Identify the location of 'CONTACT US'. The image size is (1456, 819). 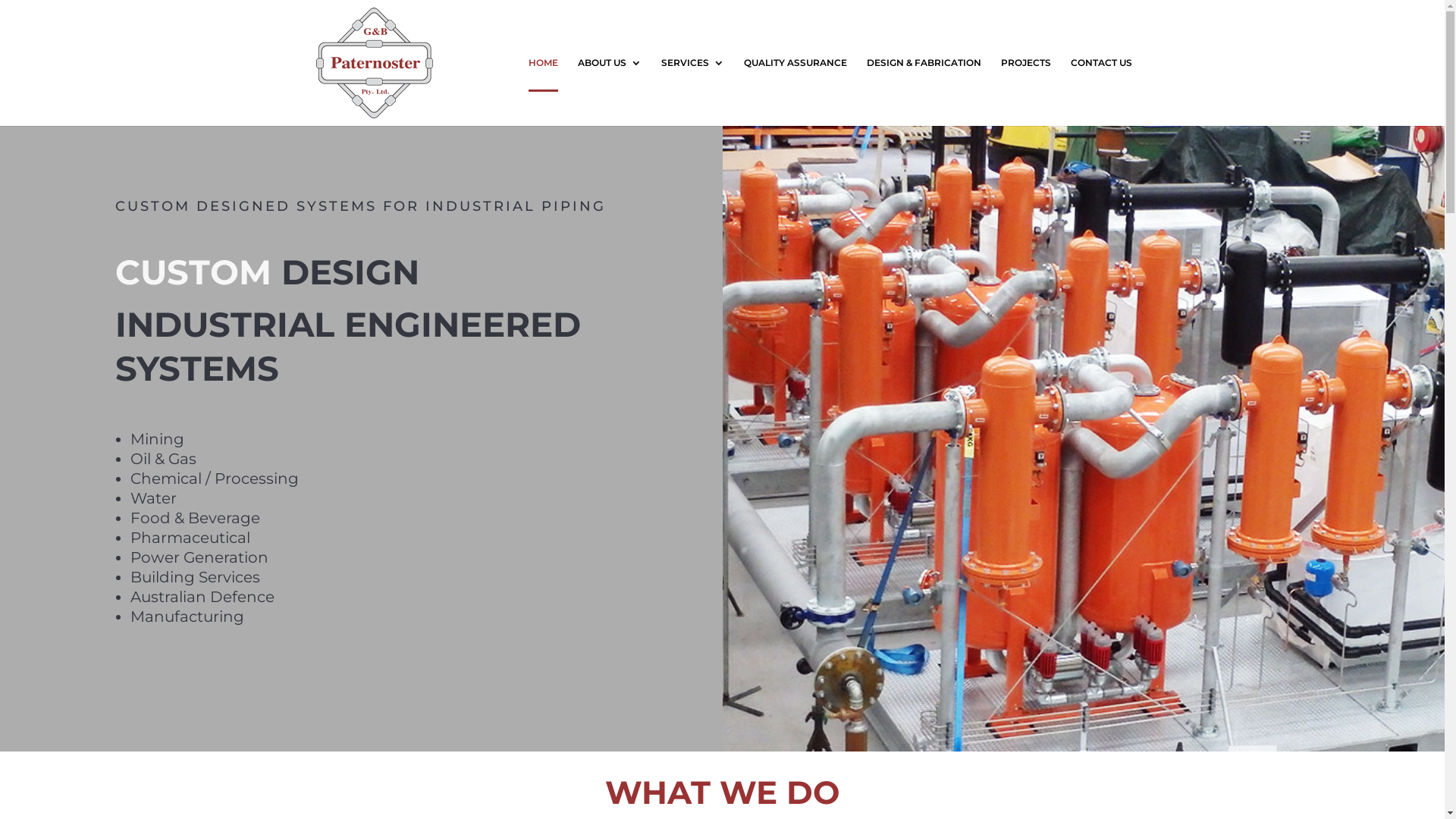
(1069, 91).